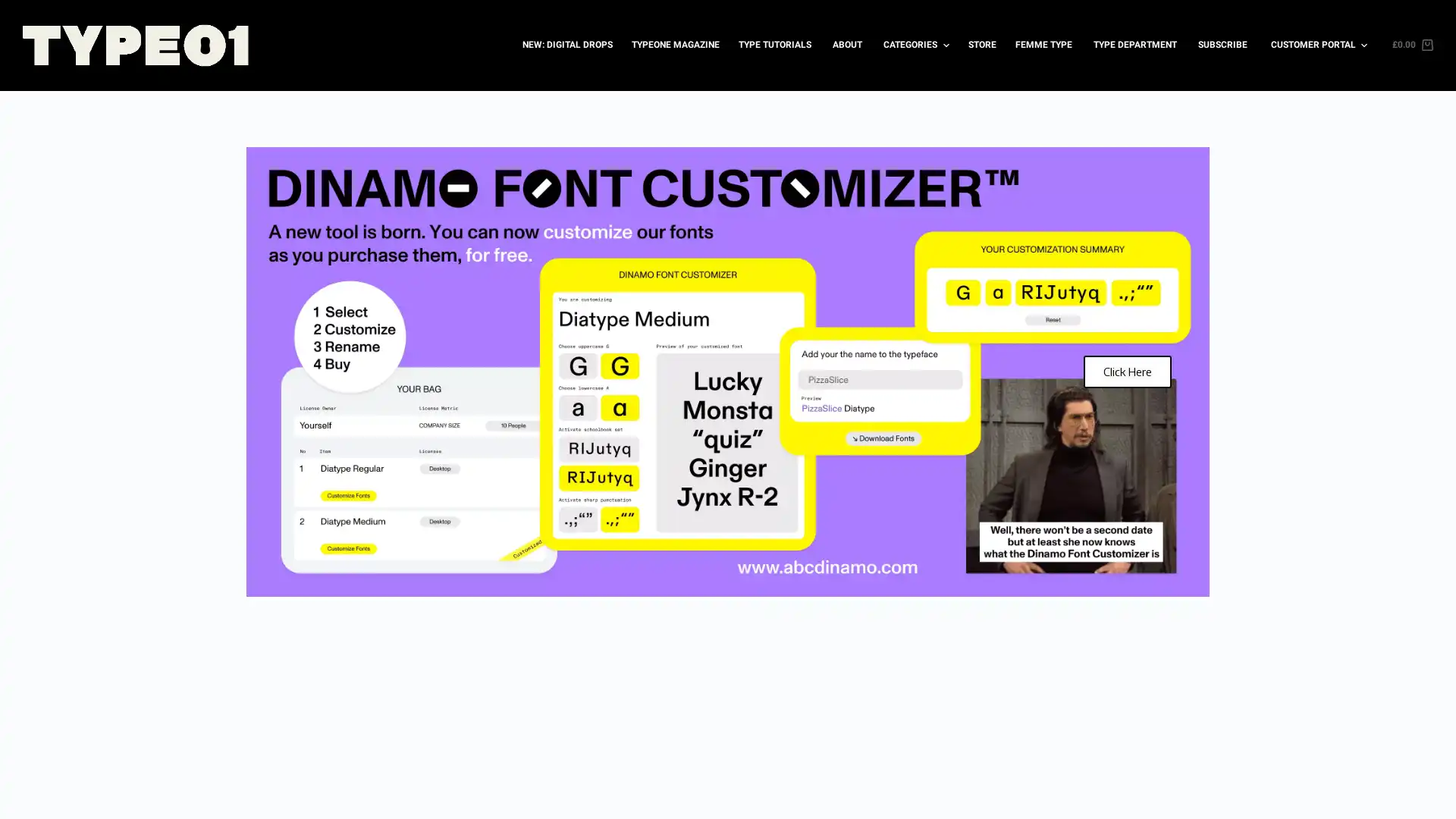 The width and height of the screenshot is (1456, 819). I want to click on Accept, so click(72, 764).